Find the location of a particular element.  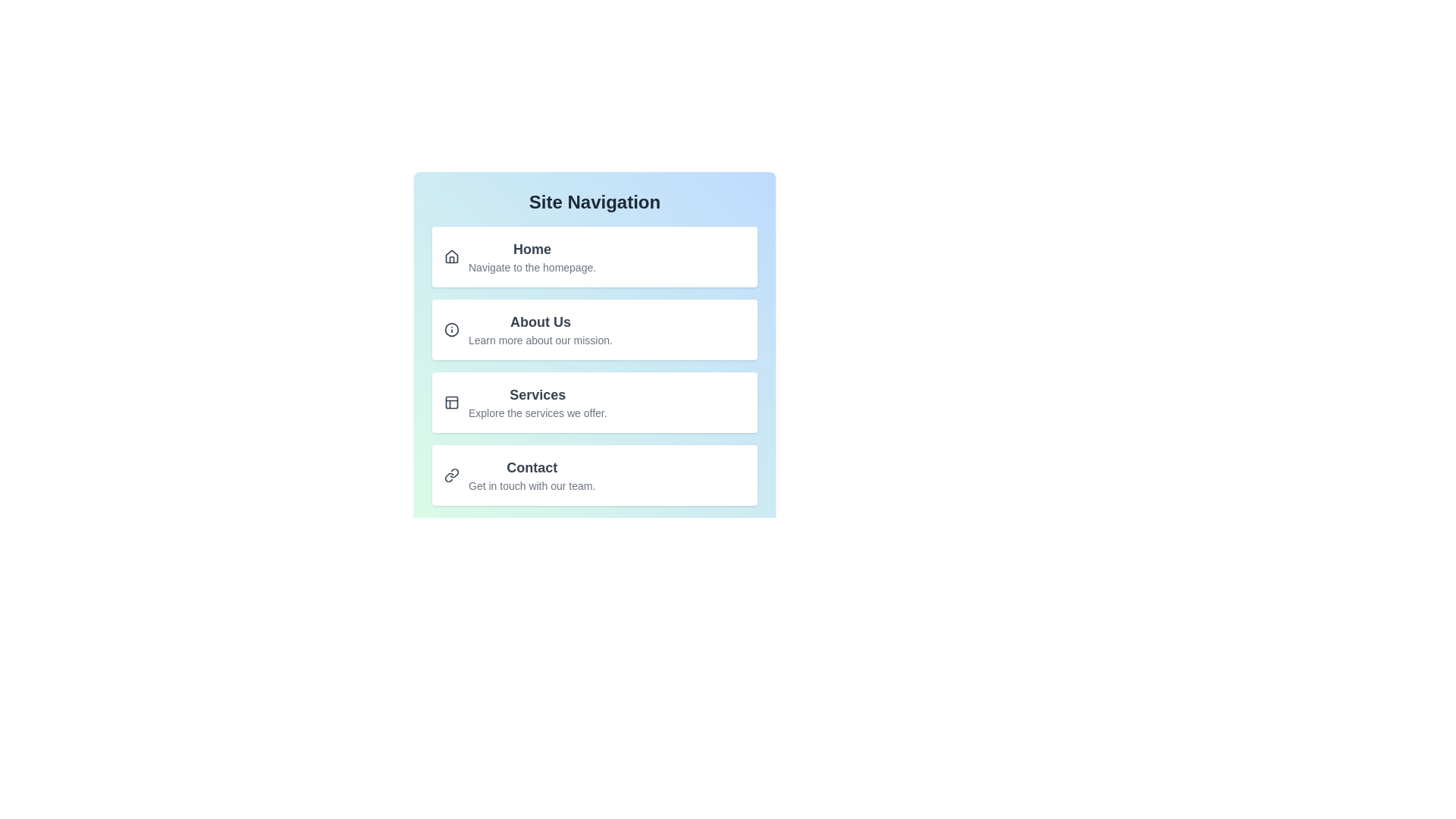

the small gray text label that reads 'Learn more about our mission.' located directly below the 'About Us' heading is located at coordinates (540, 339).